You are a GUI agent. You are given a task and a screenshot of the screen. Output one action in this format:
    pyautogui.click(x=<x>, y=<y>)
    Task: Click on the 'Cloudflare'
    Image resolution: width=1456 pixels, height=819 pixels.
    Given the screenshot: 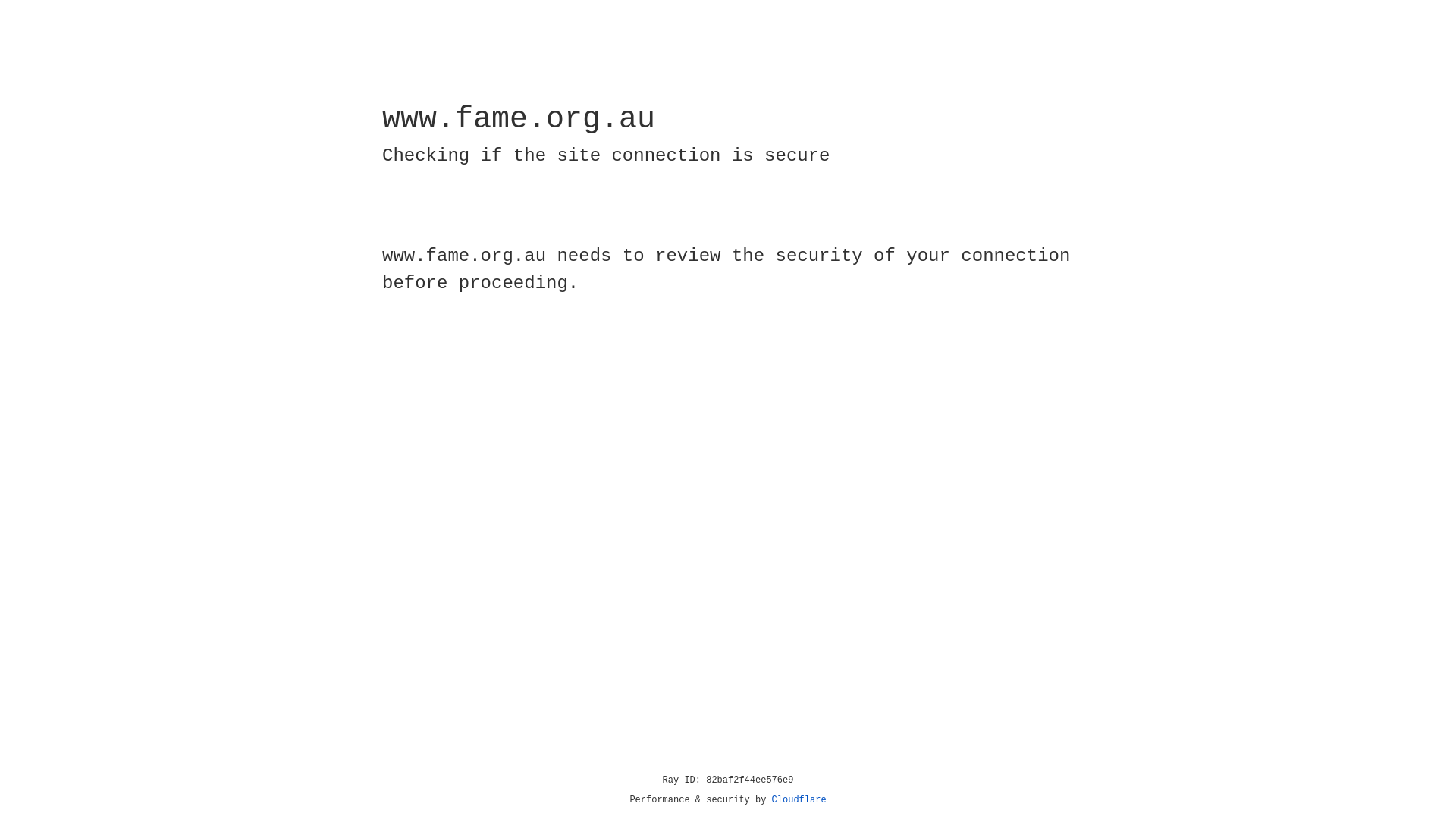 What is the action you would take?
    pyautogui.click(x=771, y=799)
    